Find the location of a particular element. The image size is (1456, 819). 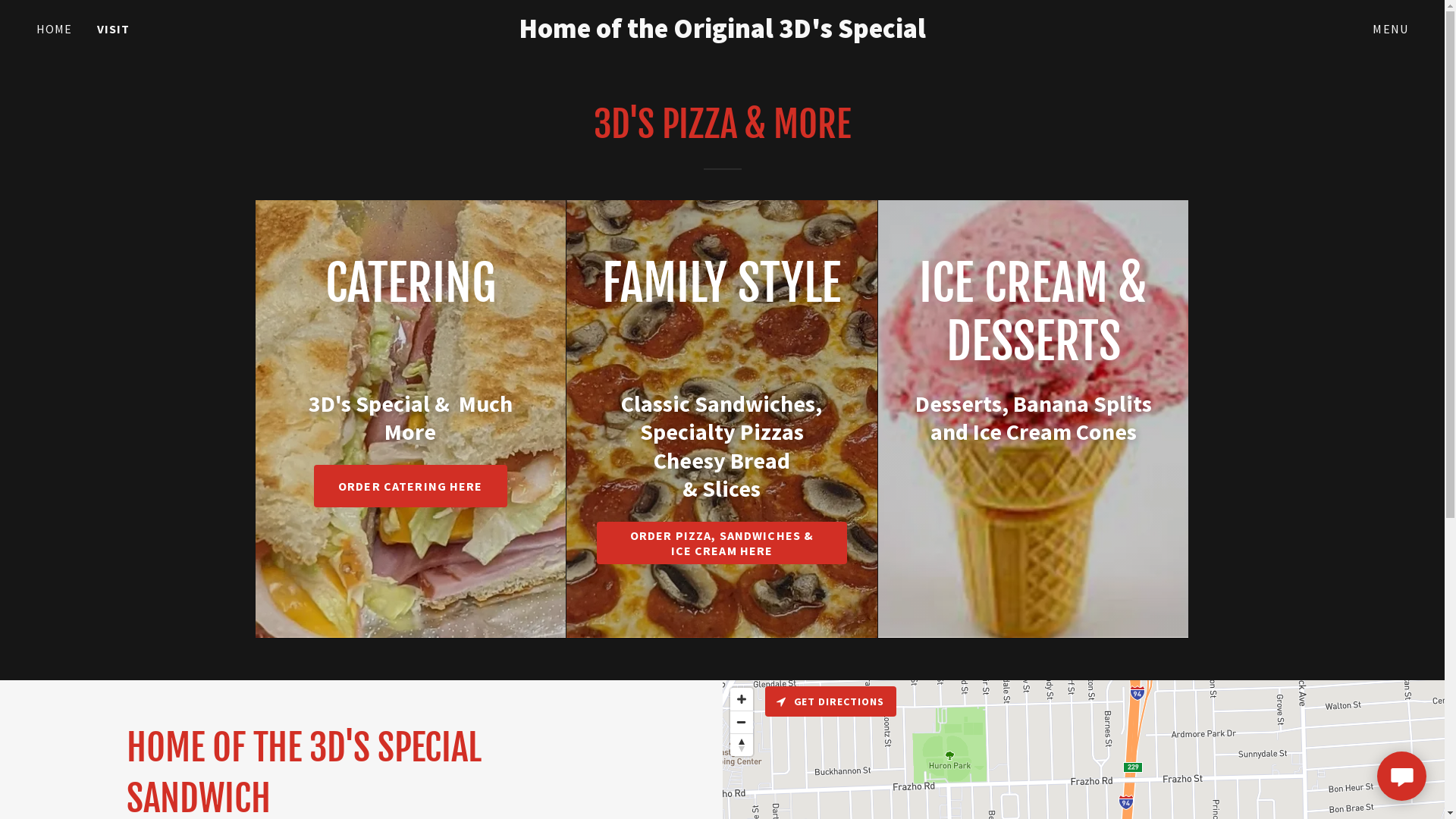

'ORDER CATERING HERE' is located at coordinates (410, 485).